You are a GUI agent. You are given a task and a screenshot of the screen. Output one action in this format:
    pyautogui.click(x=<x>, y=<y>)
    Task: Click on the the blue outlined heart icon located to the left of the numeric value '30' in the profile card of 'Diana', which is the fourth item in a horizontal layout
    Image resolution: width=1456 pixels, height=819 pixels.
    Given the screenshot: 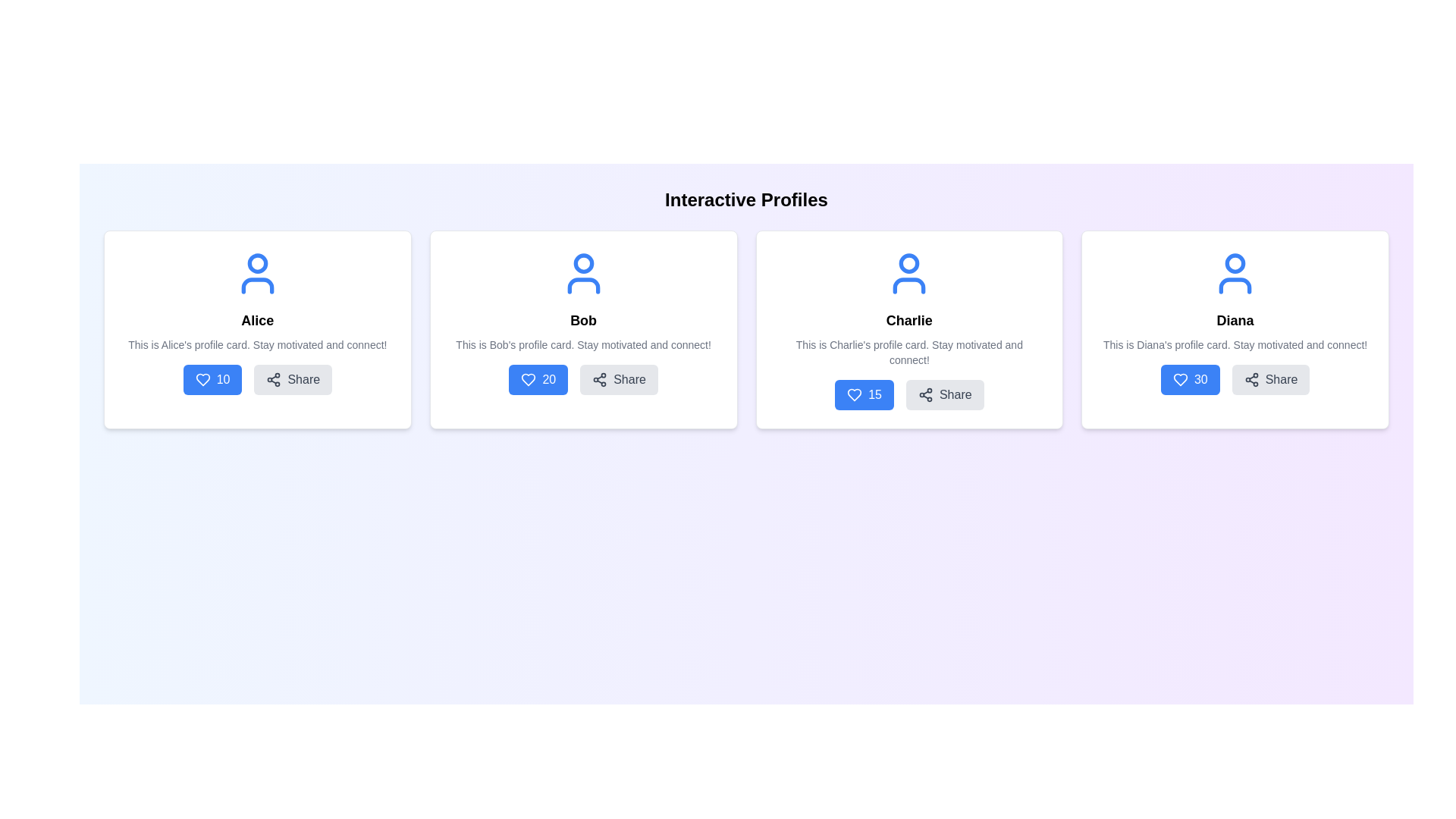 What is the action you would take?
    pyautogui.click(x=1179, y=379)
    